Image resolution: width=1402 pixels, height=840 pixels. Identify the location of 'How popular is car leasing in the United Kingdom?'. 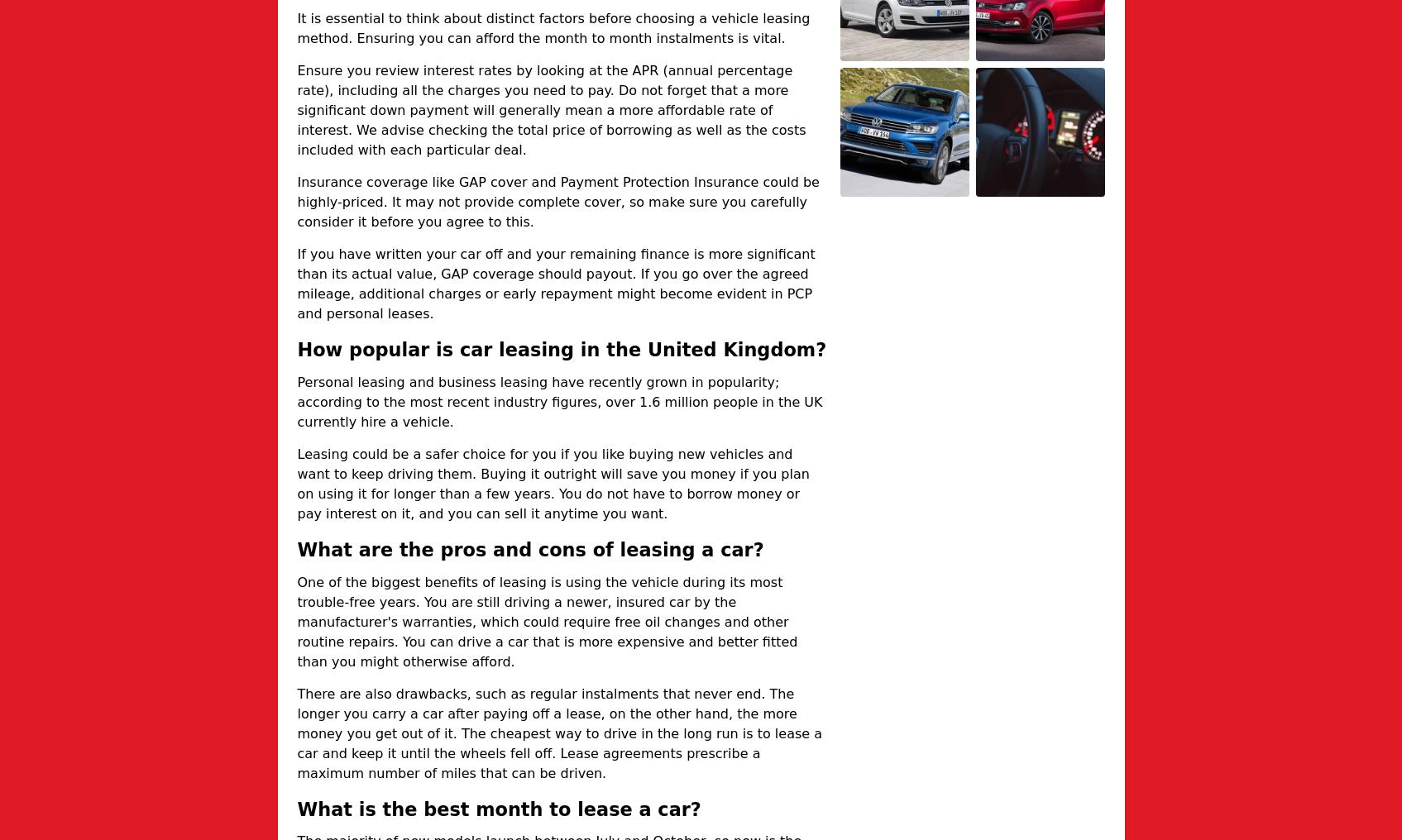
(562, 348).